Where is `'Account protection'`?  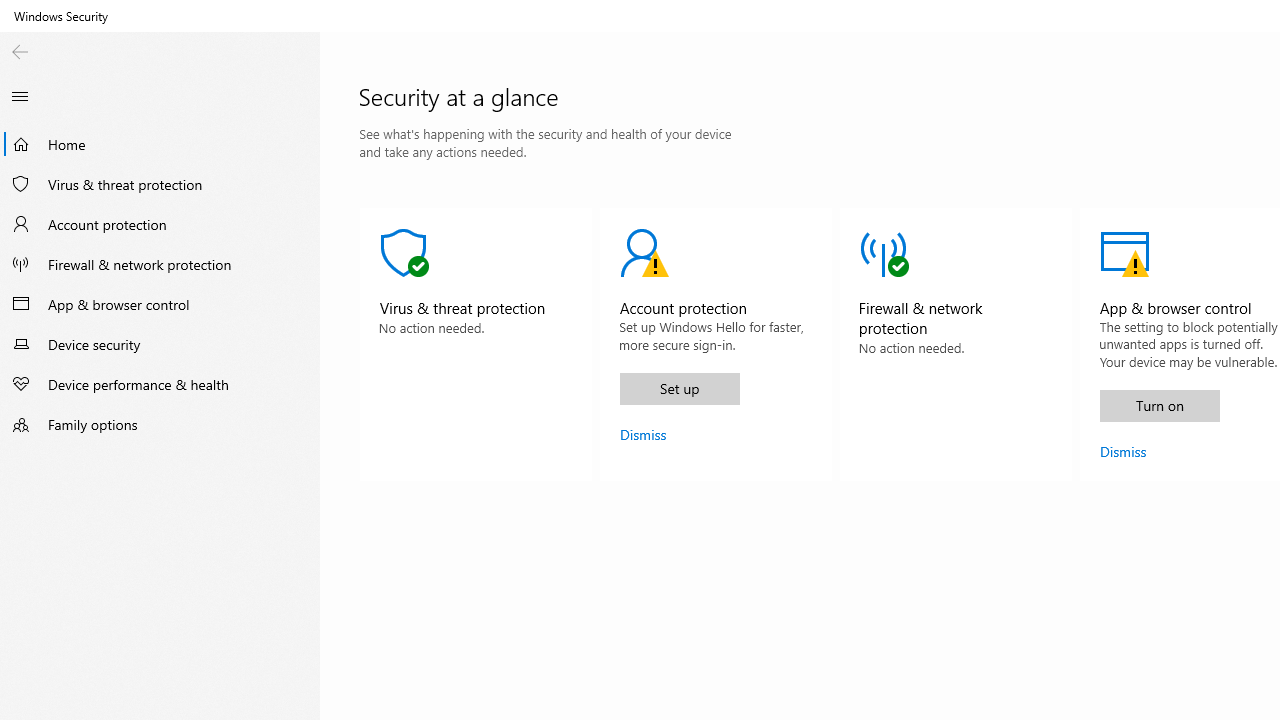 'Account protection' is located at coordinates (160, 223).